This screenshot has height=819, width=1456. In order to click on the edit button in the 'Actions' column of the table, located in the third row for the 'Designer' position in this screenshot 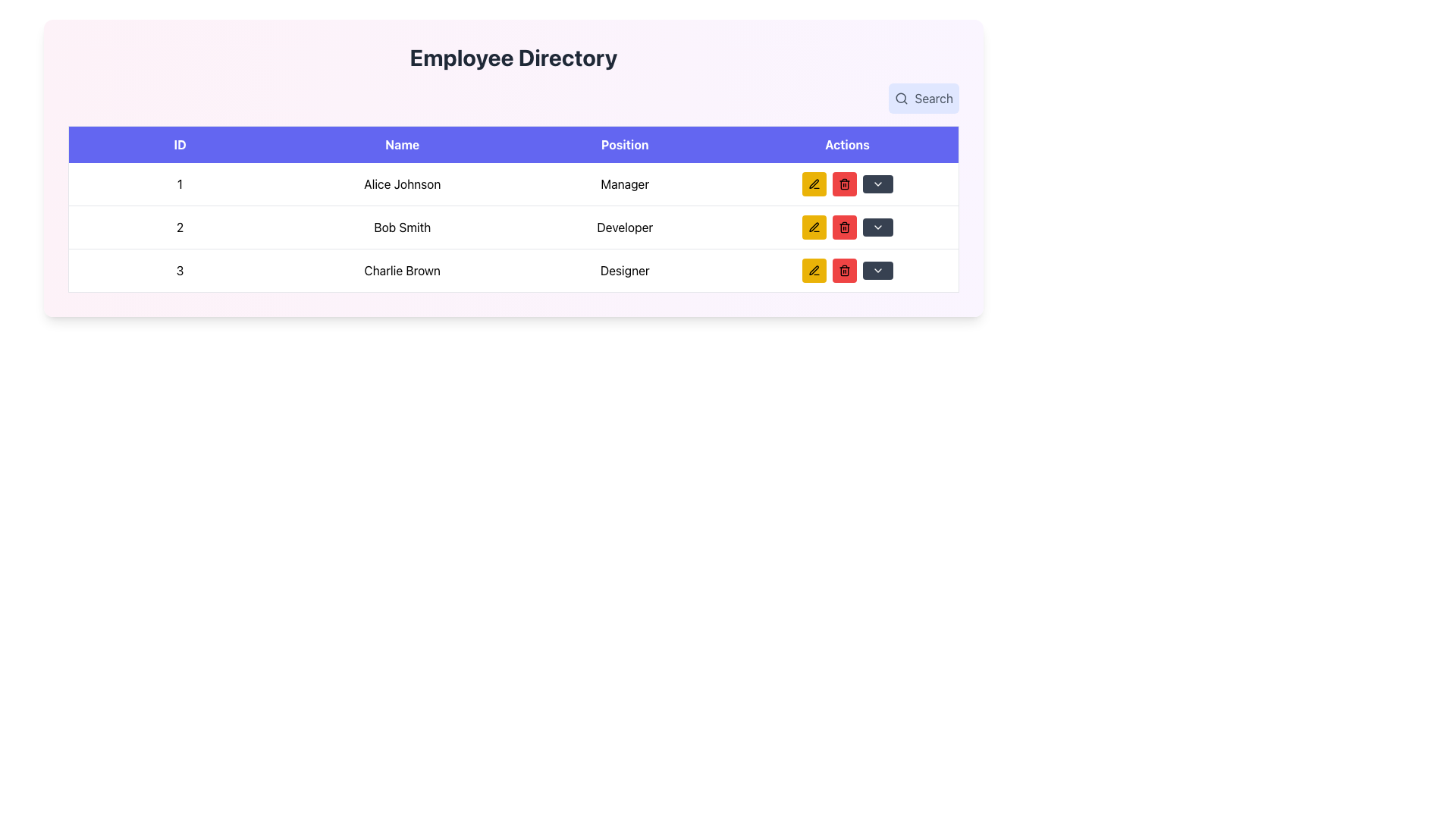, I will do `click(813, 270)`.